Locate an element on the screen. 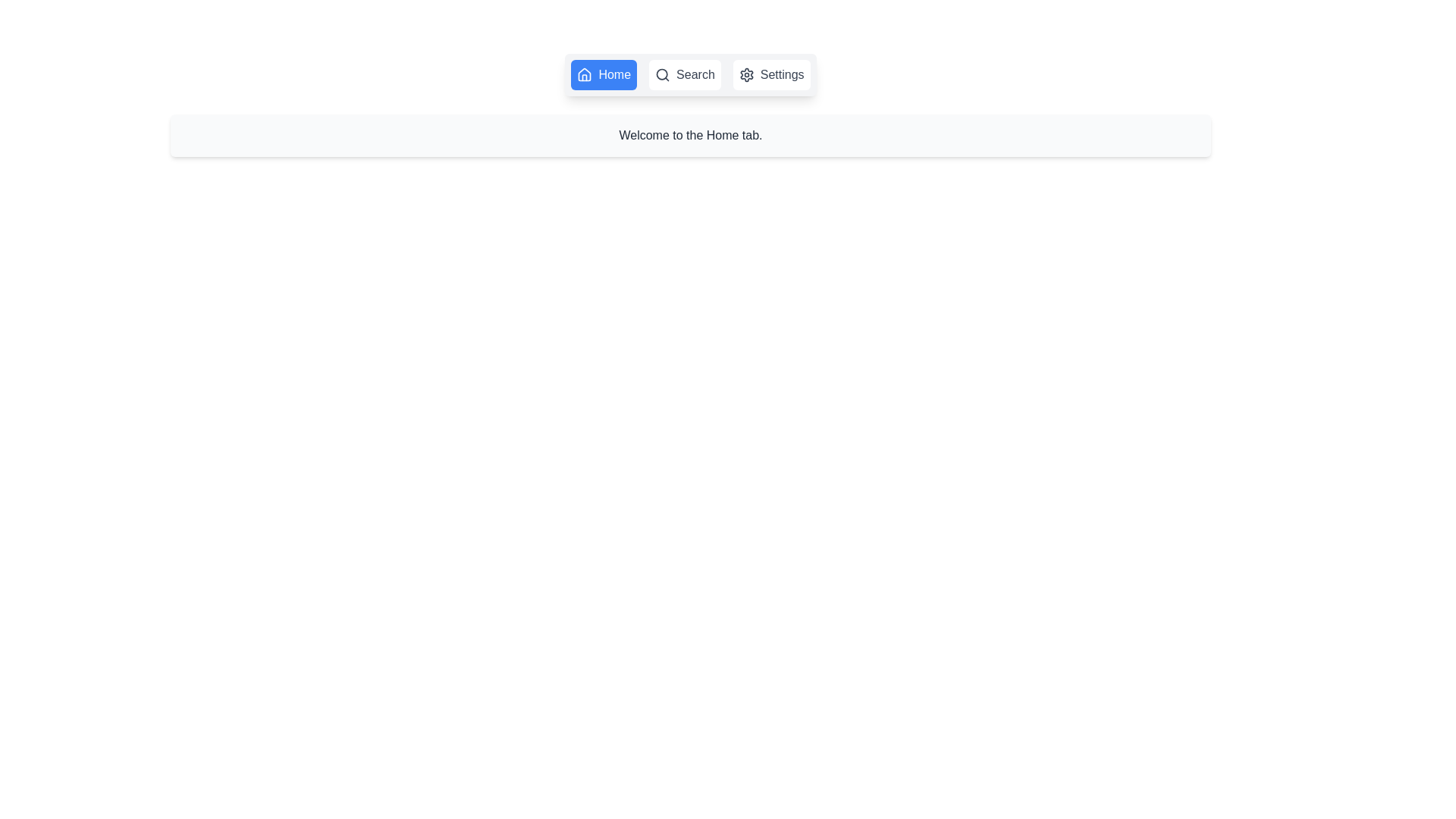  the settings icon, which is the first graphical element within the 'Settings' button on the navigation bar, positioned as the third item from the left is located at coordinates (746, 75).